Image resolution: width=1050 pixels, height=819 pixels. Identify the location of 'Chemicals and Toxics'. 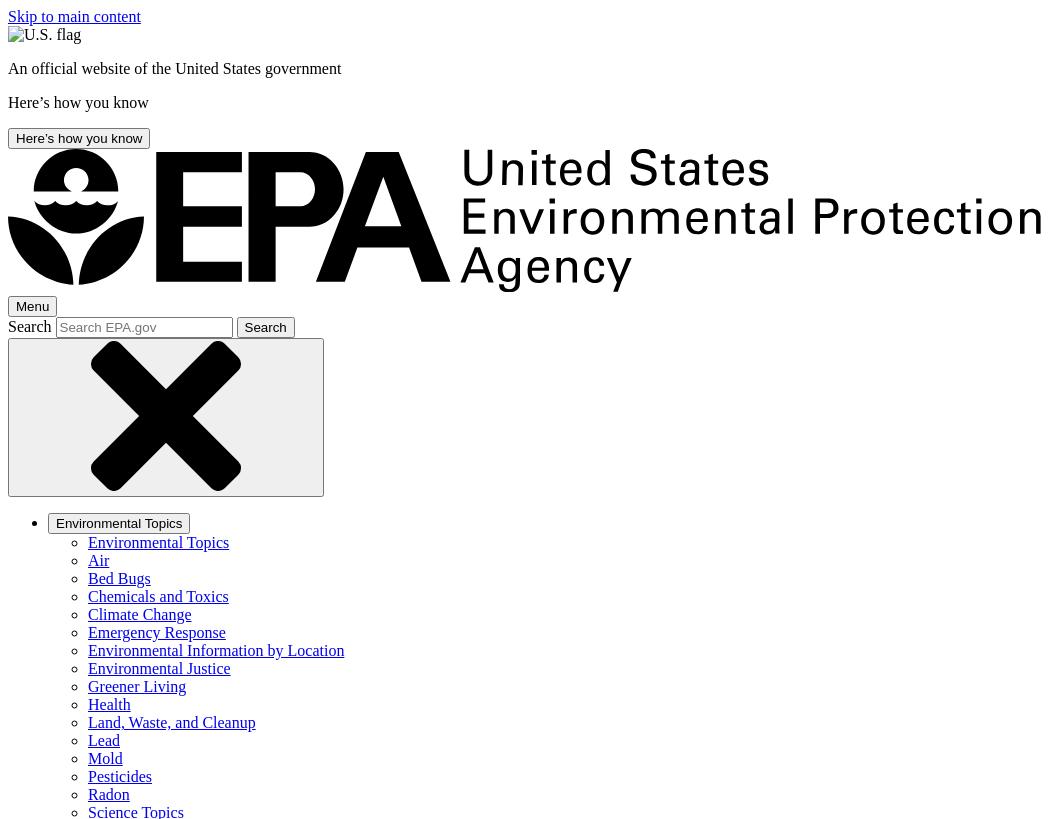
(87, 595).